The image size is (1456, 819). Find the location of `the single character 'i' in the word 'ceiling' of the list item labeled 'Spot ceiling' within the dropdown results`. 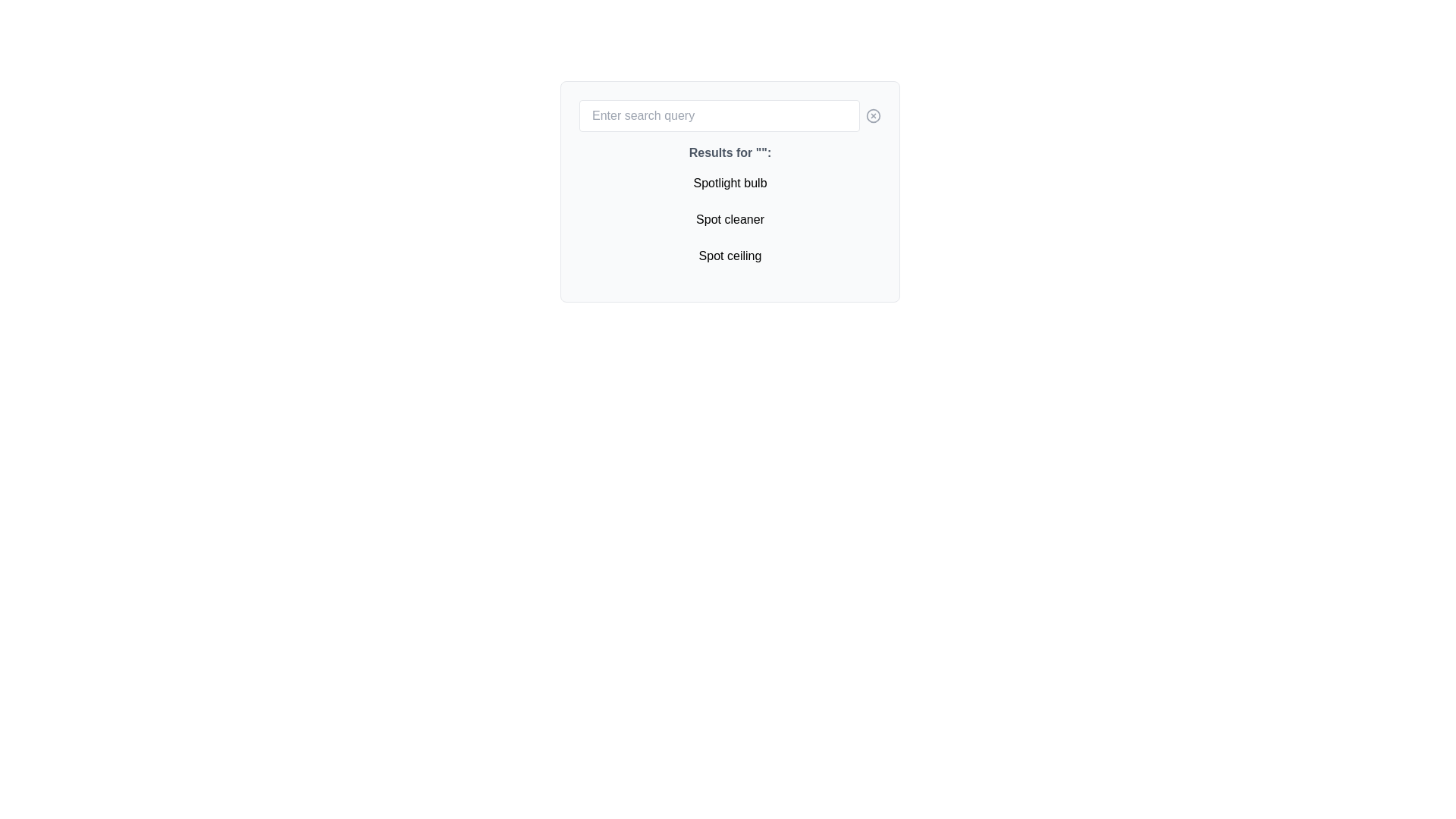

the single character 'i' in the word 'ceiling' of the list item labeled 'Spot ceiling' within the dropdown results is located at coordinates (746, 255).